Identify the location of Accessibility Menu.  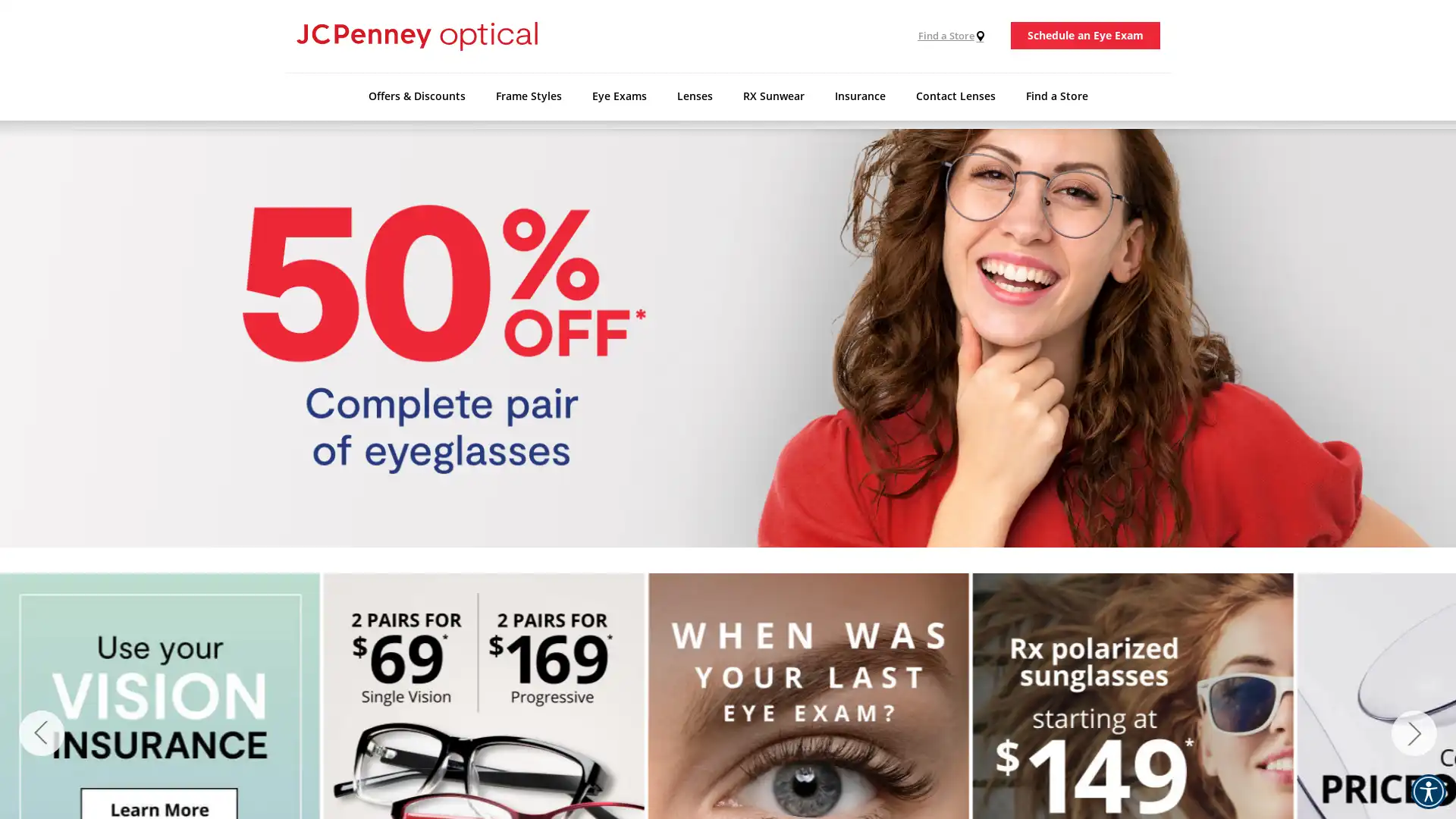
(1427, 791).